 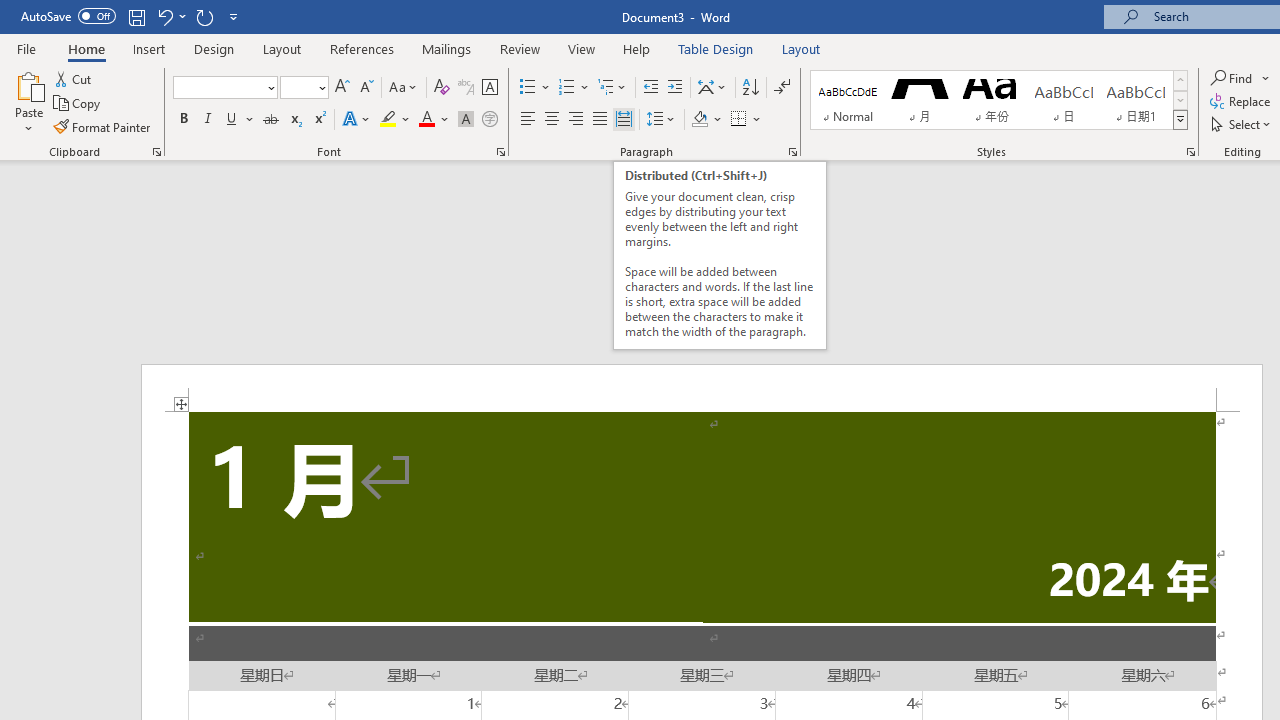 What do you see at coordinates (1241, 101) in the screenshot?
I see `'Replace...'` at bounding box center [1241, 101].